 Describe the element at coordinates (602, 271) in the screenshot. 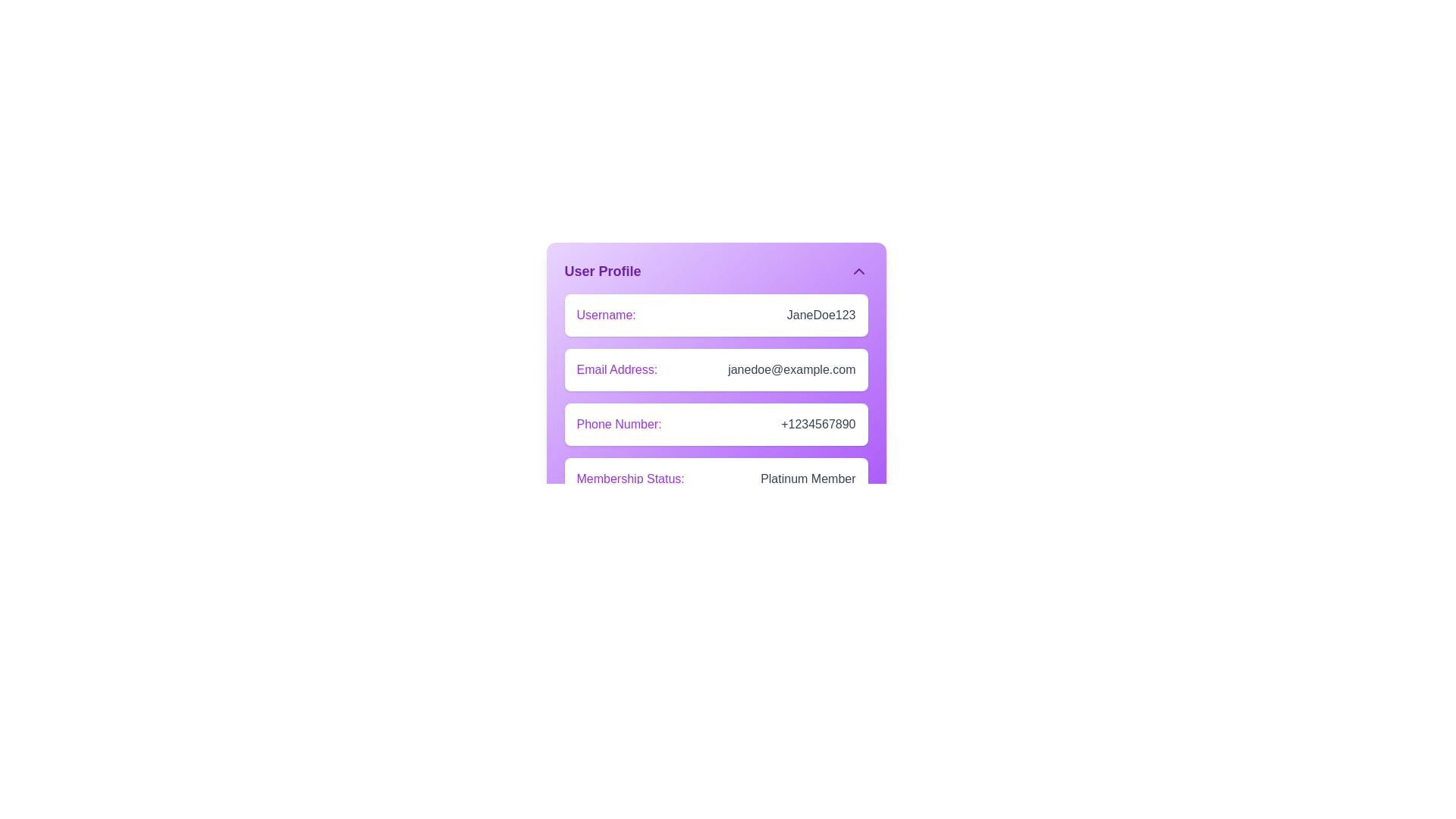

I see `text label that serves as the title or header for the user profile section, located at the top-left corner of the user profile card layout` at that location.